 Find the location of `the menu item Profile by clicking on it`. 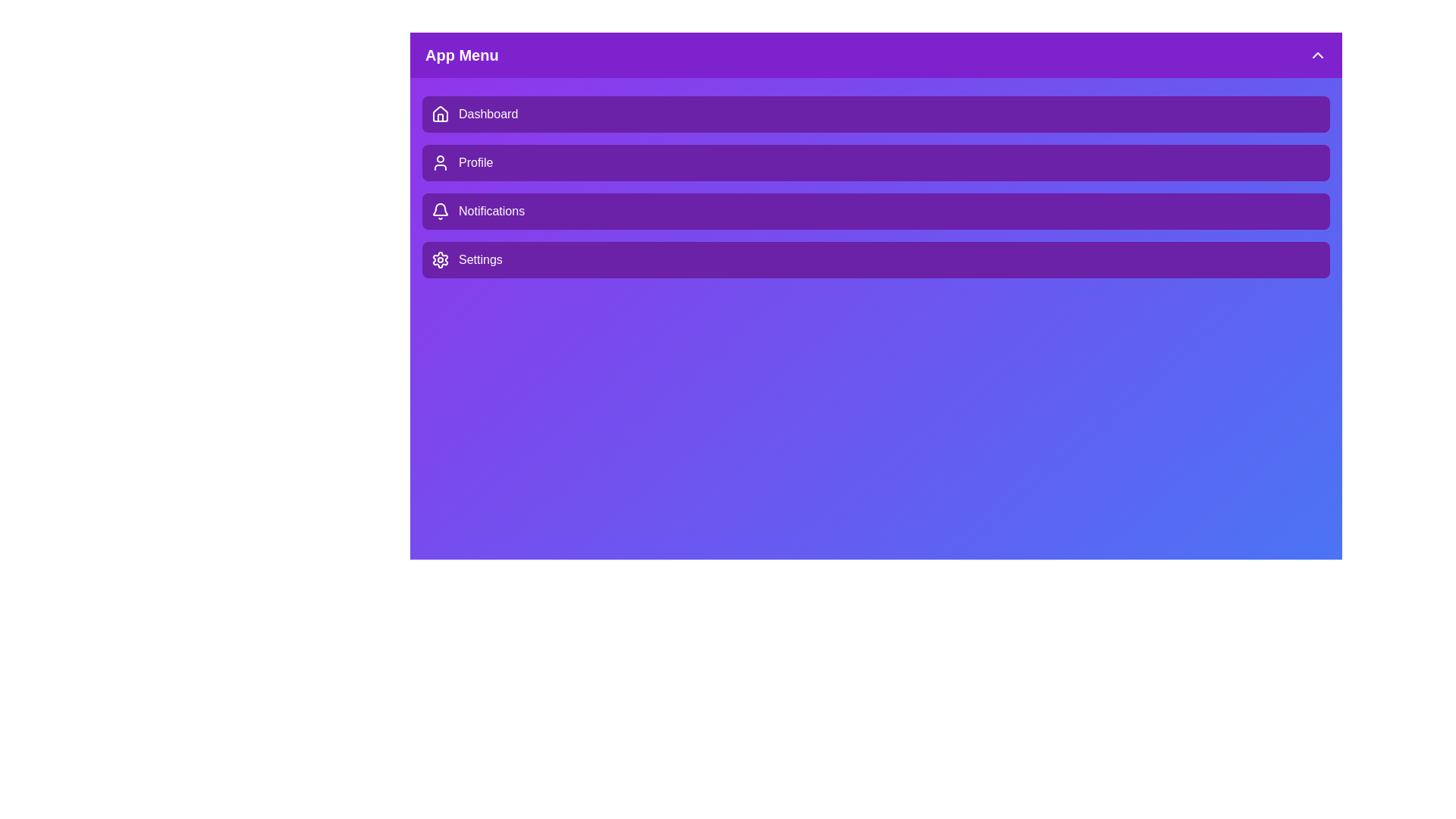

the menu item Profile by clicking on it is located at coordinates (876, 163).